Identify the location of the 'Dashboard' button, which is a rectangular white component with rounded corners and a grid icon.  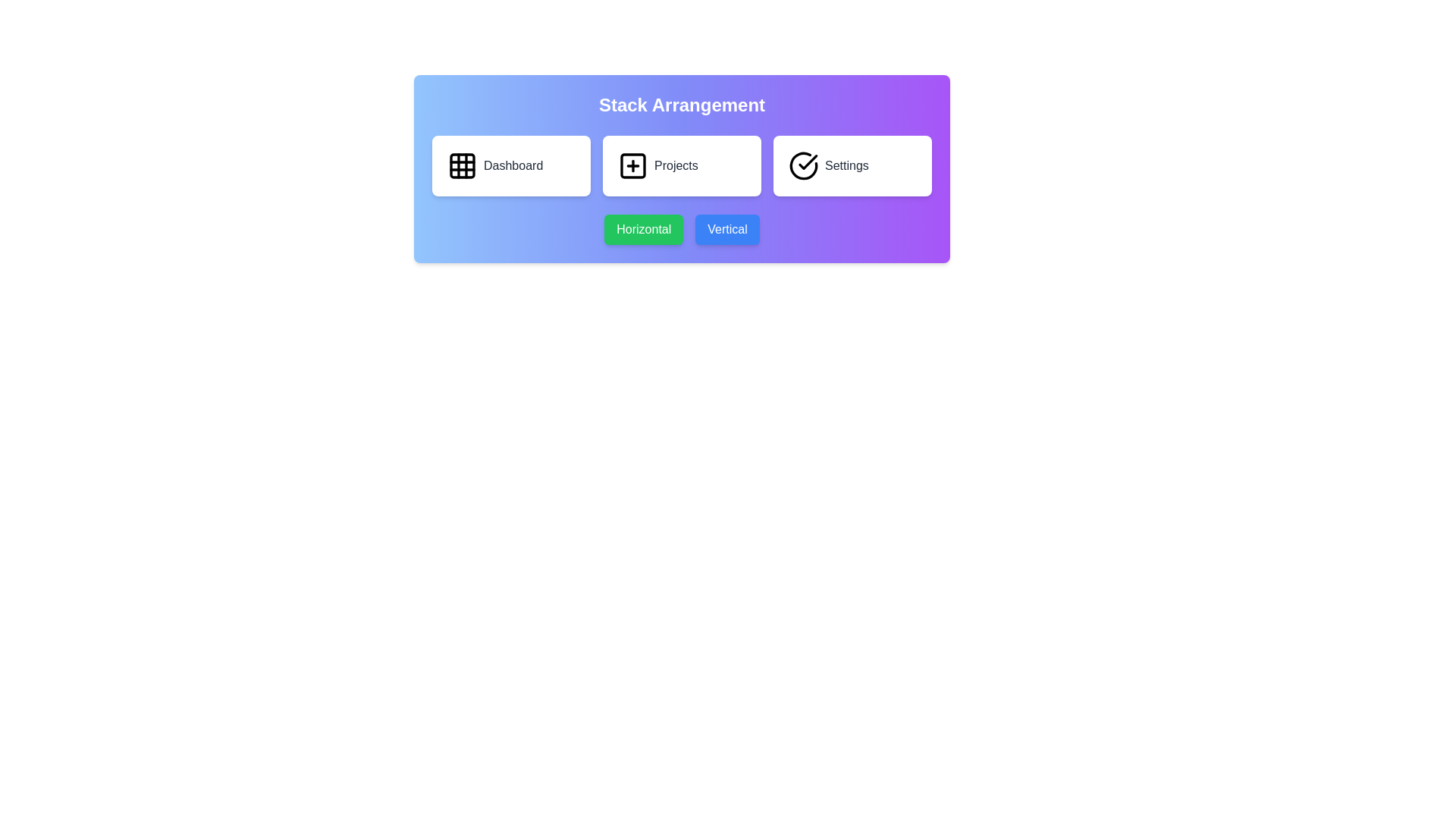
(511, 166).